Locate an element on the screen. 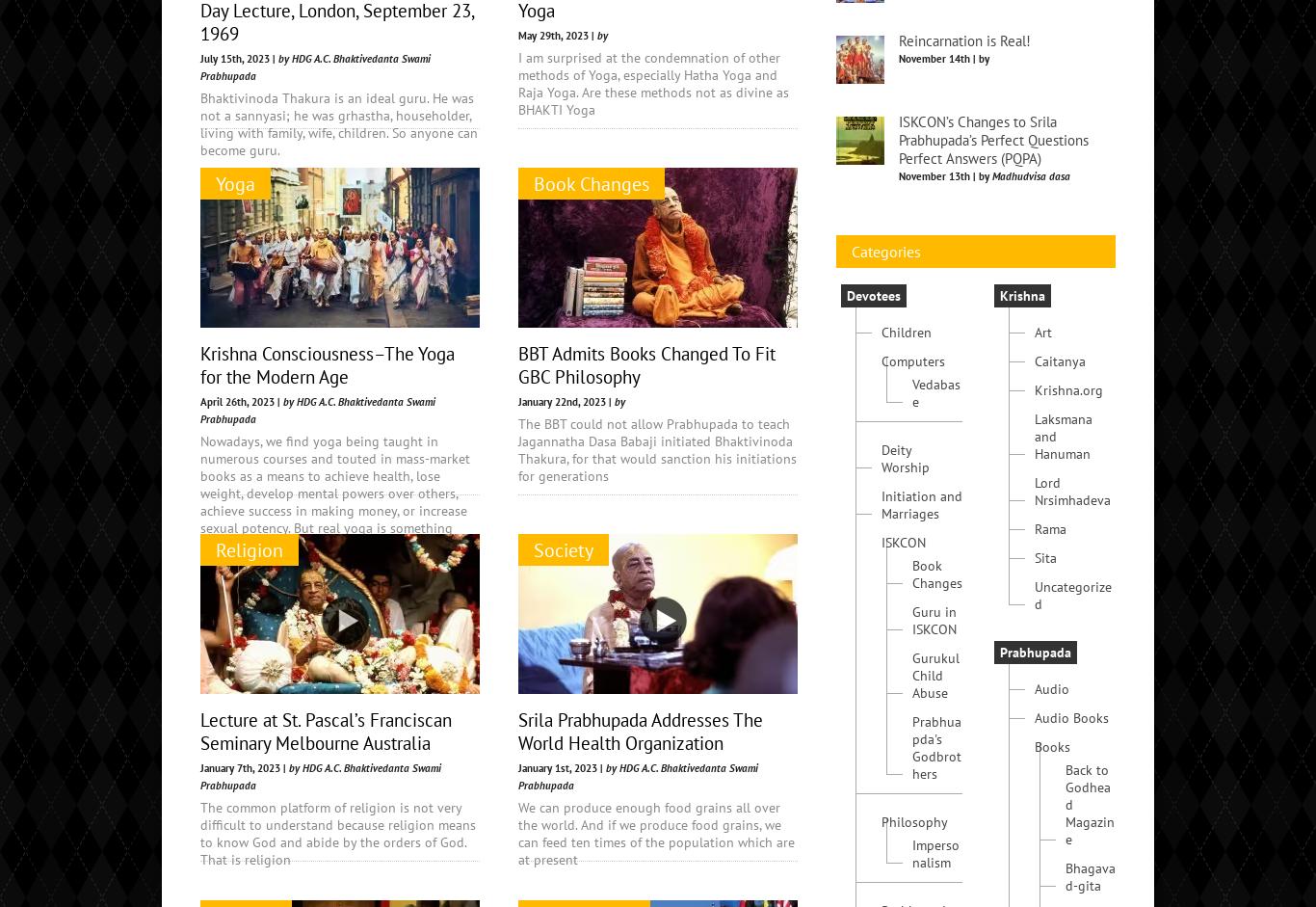 The height and width of the screenshot is (907, 1316). 'Prabhupada' is located at coordinates (999, 796).